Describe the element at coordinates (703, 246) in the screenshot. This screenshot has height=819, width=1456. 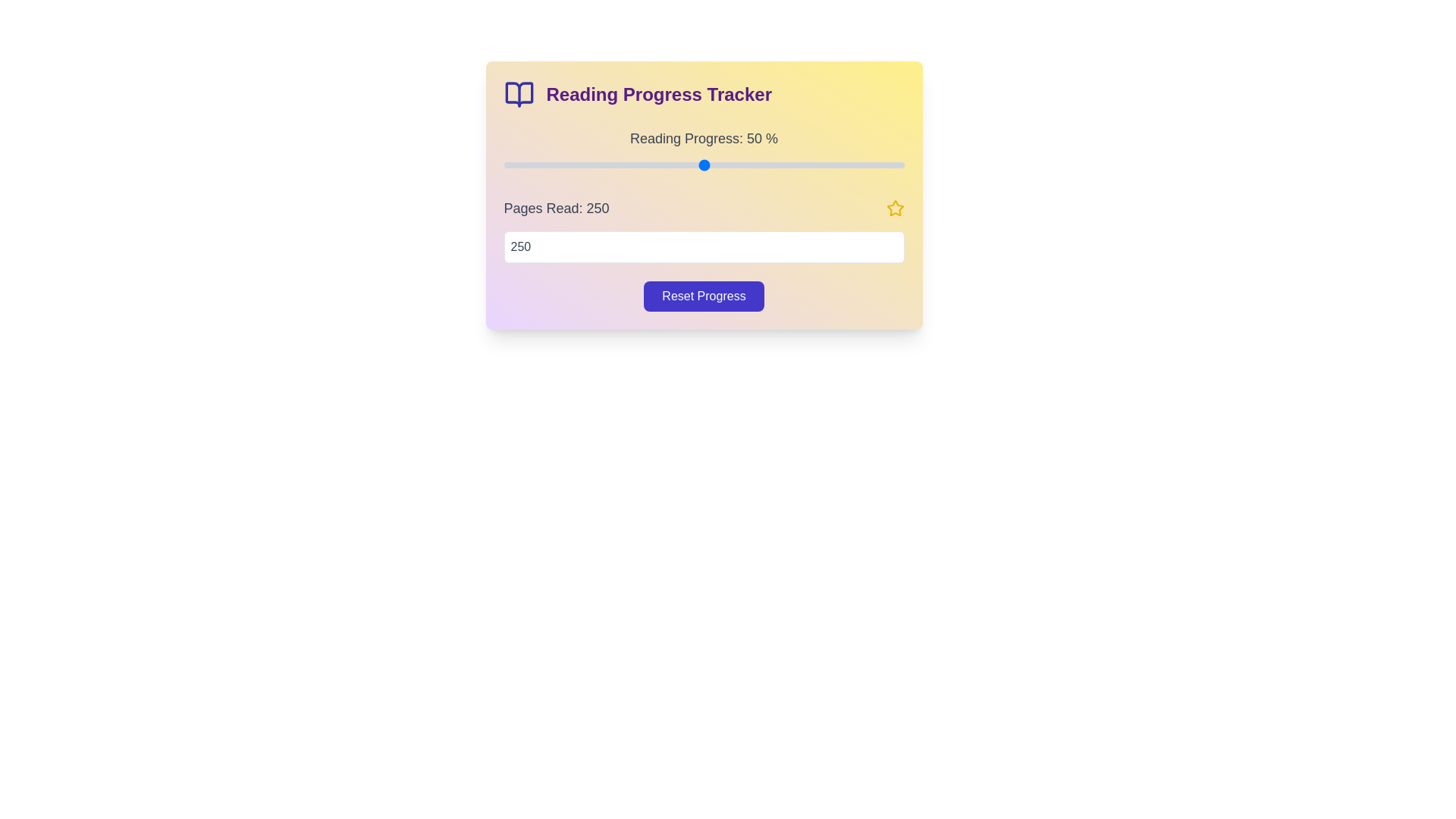
I see `the number of pages read to 100 using the input field` at that location.